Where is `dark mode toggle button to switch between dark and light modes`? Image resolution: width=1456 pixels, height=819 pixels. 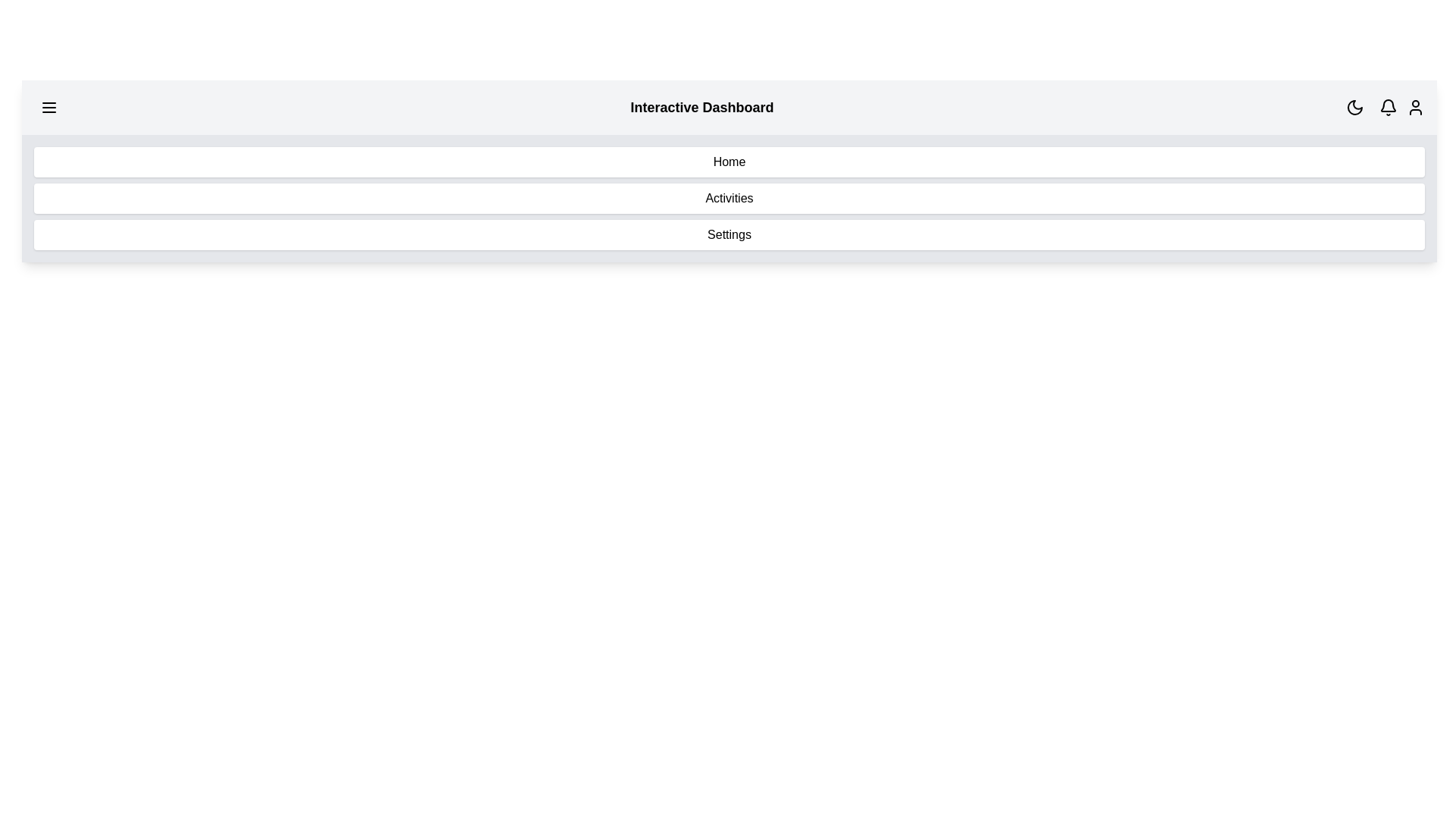
dark mode toggle button to switch between dark and light modes is located at coordinates (1354, 107).